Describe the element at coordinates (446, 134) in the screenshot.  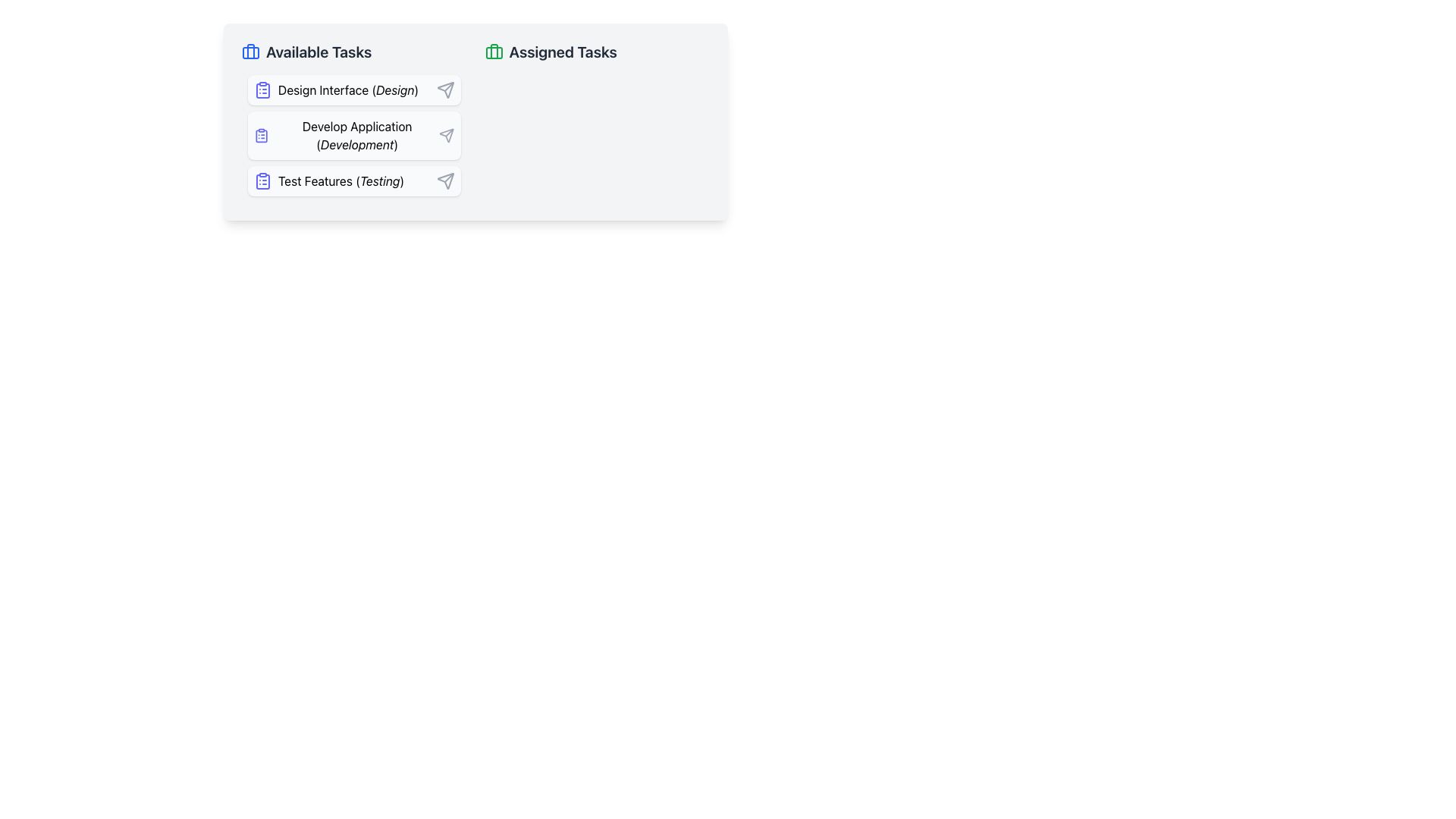
I see `the icon located in the 'Available Tasks' section, specifically to the right of the 'Develop Application' task label` at that location.